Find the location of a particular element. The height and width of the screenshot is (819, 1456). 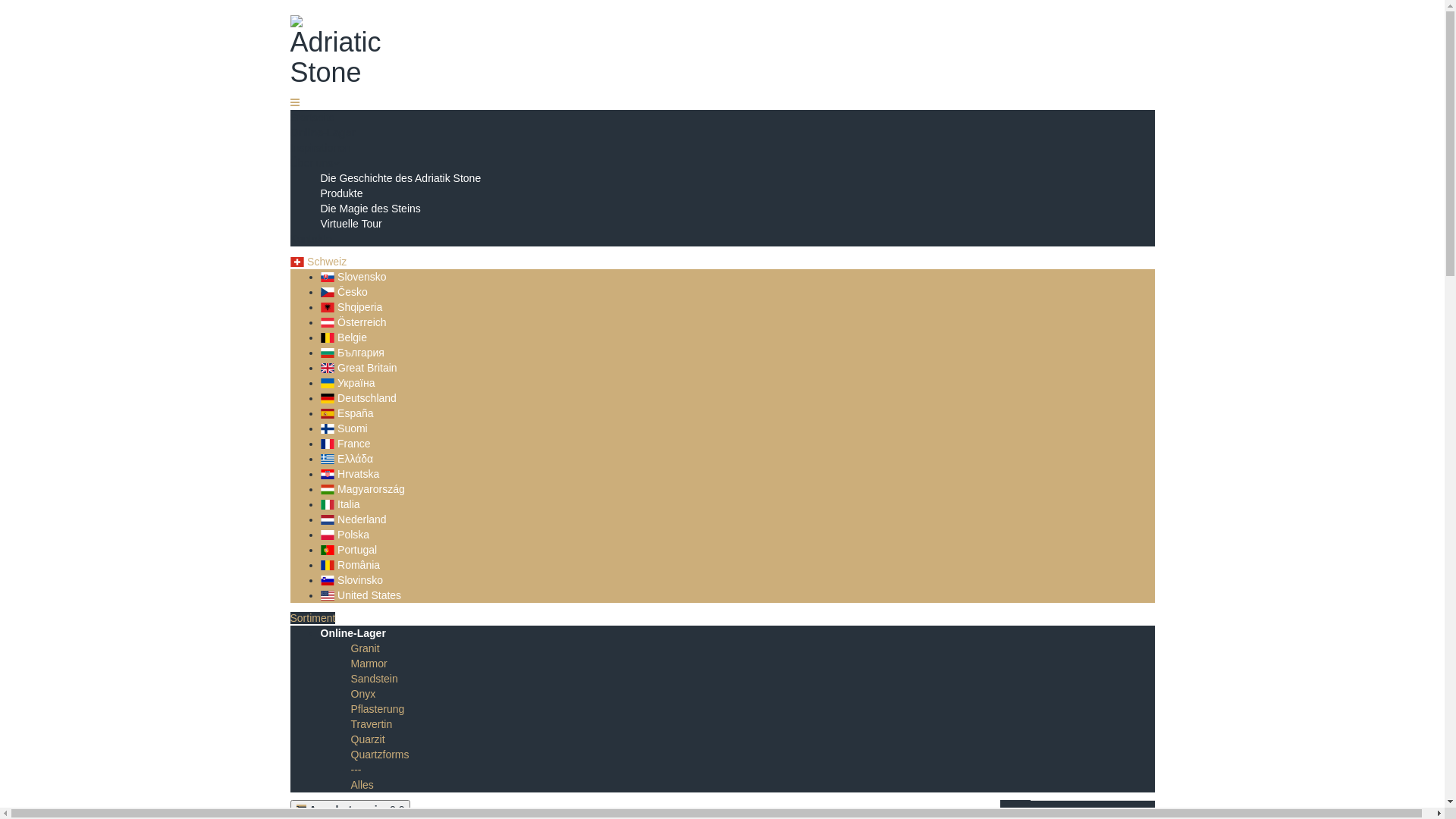

' United States' is located at coordinates (359, 595).